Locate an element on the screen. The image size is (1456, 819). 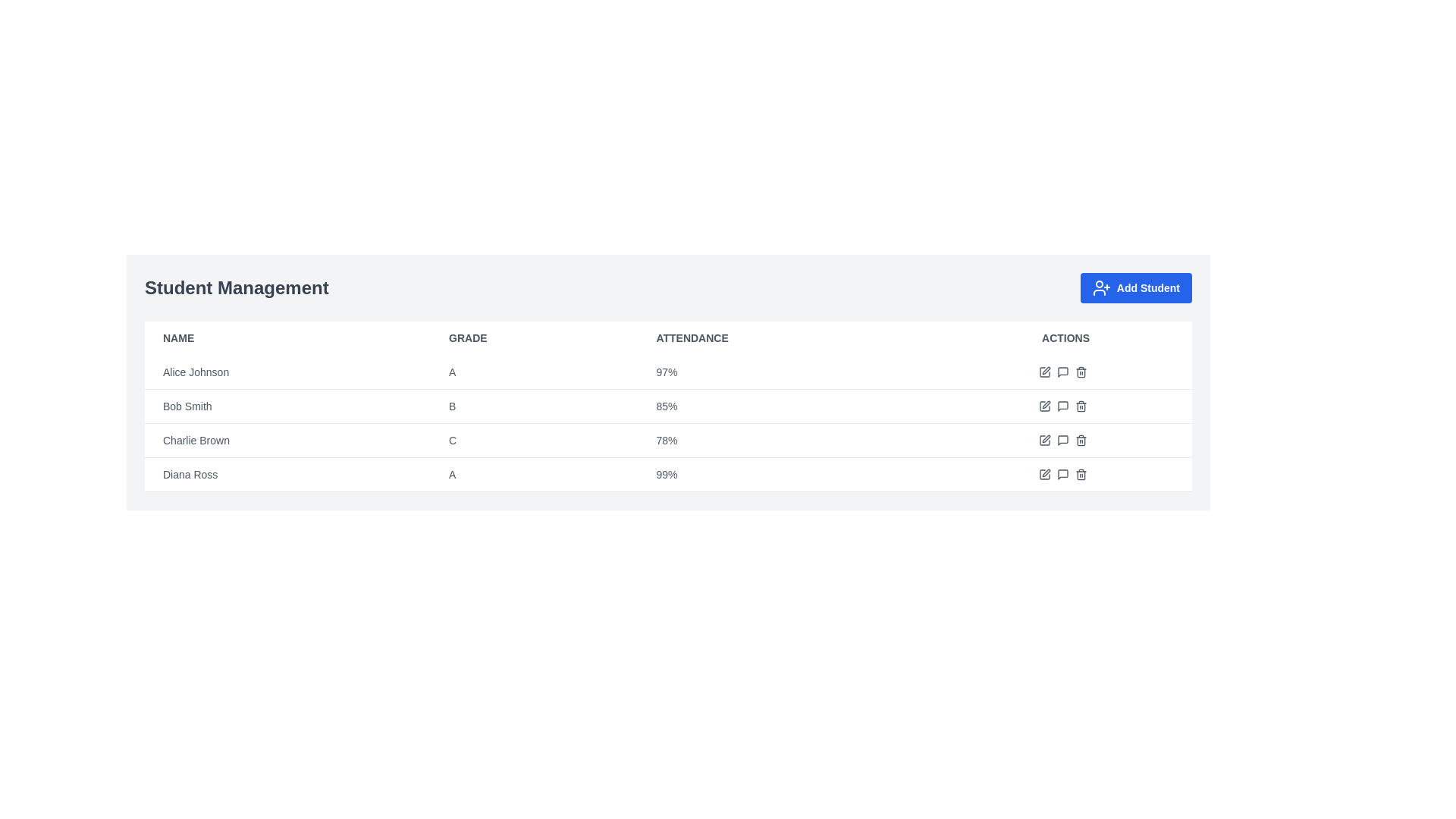
the text label displaying 'Bob Smith' in the second row of the 'Student Management' table under the 'NAME' column is located at coordinates (187, 406).